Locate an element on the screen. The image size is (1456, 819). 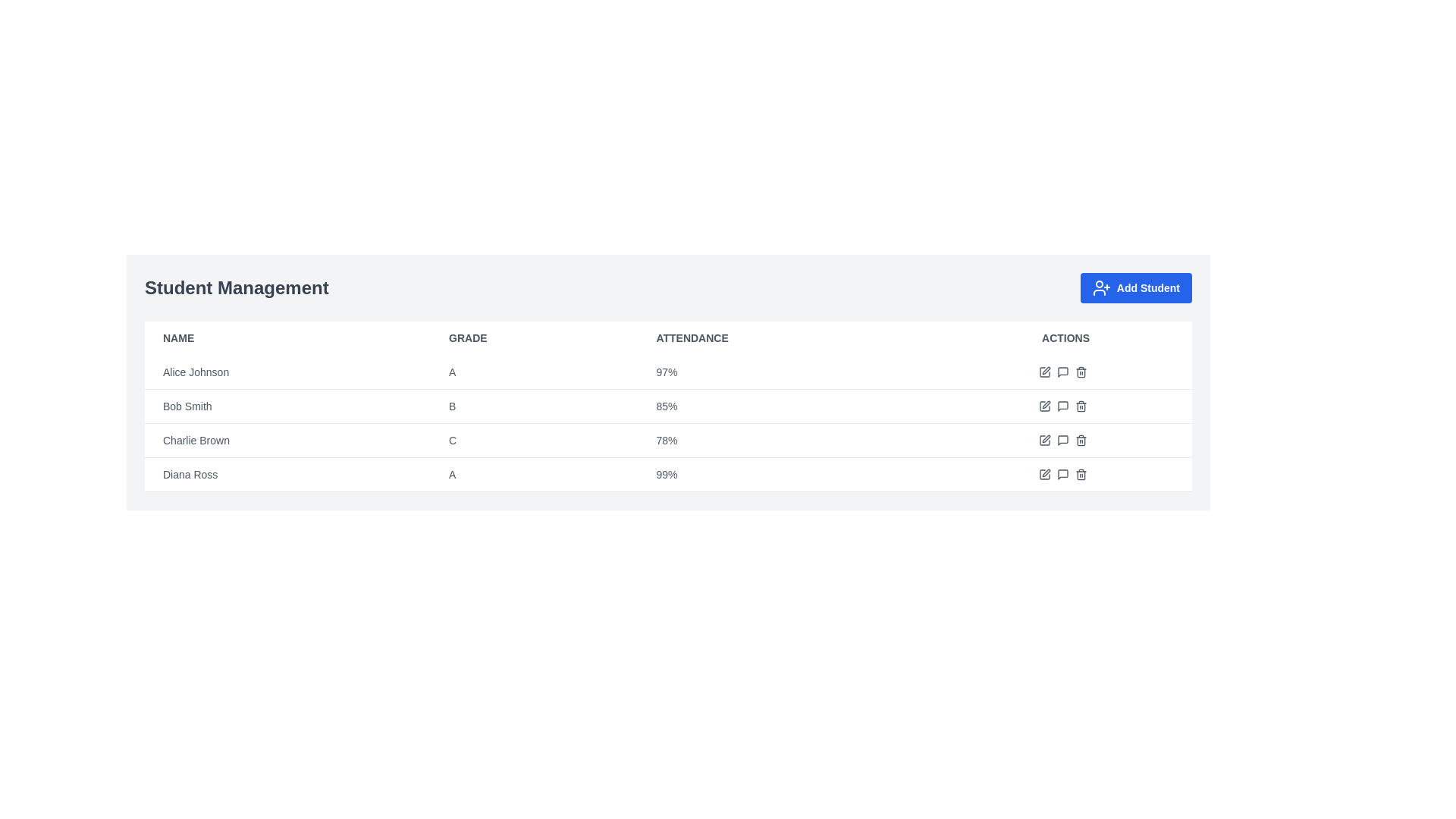
the text label displaying 'Bob Smith' in the second row of the 'Student Management' table under the 'NAME' column is located at coordinates (187, 406).